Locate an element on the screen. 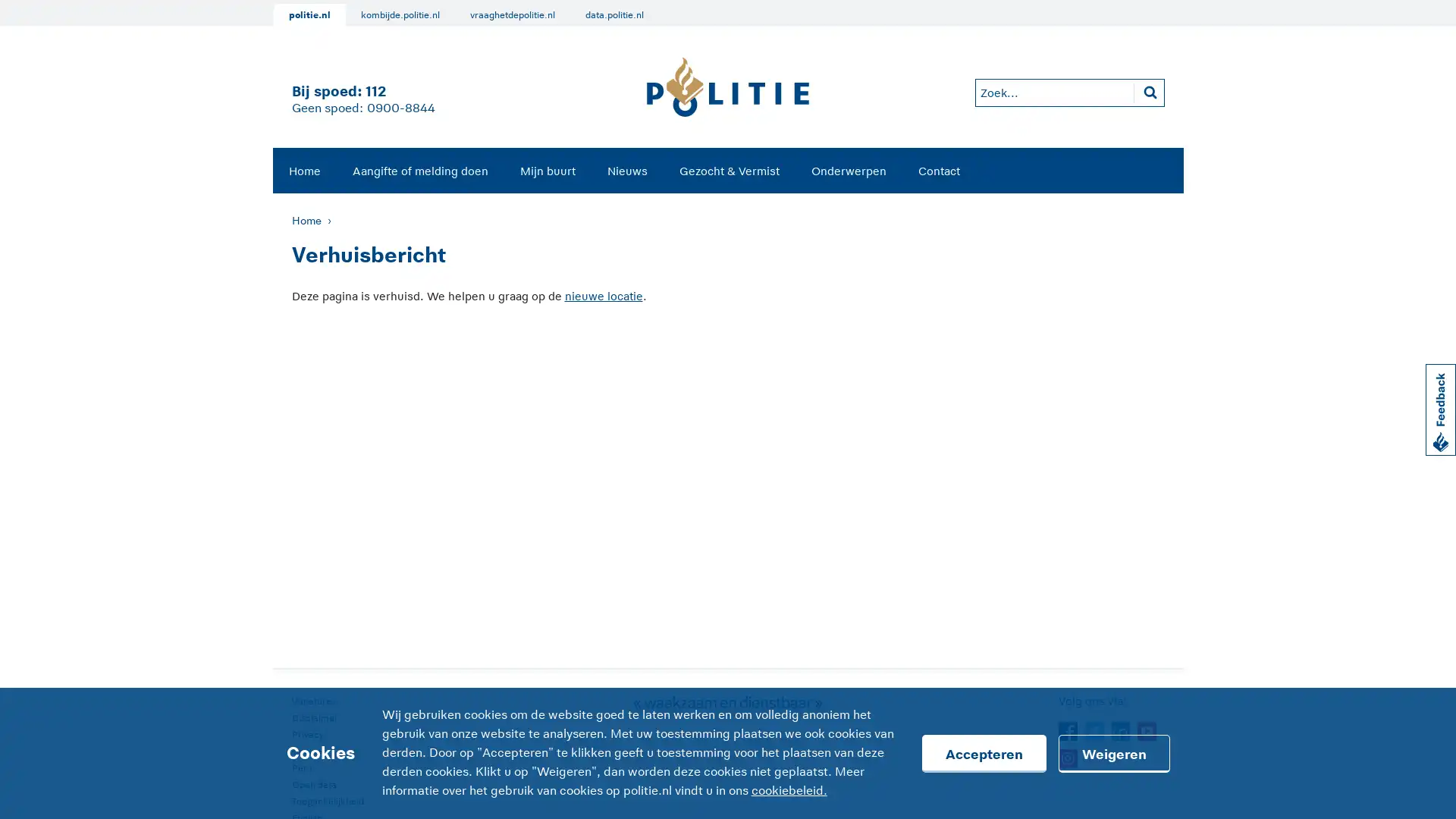 The image size is (1456, 819). Weigeren is located at coordinates (1113, 752).